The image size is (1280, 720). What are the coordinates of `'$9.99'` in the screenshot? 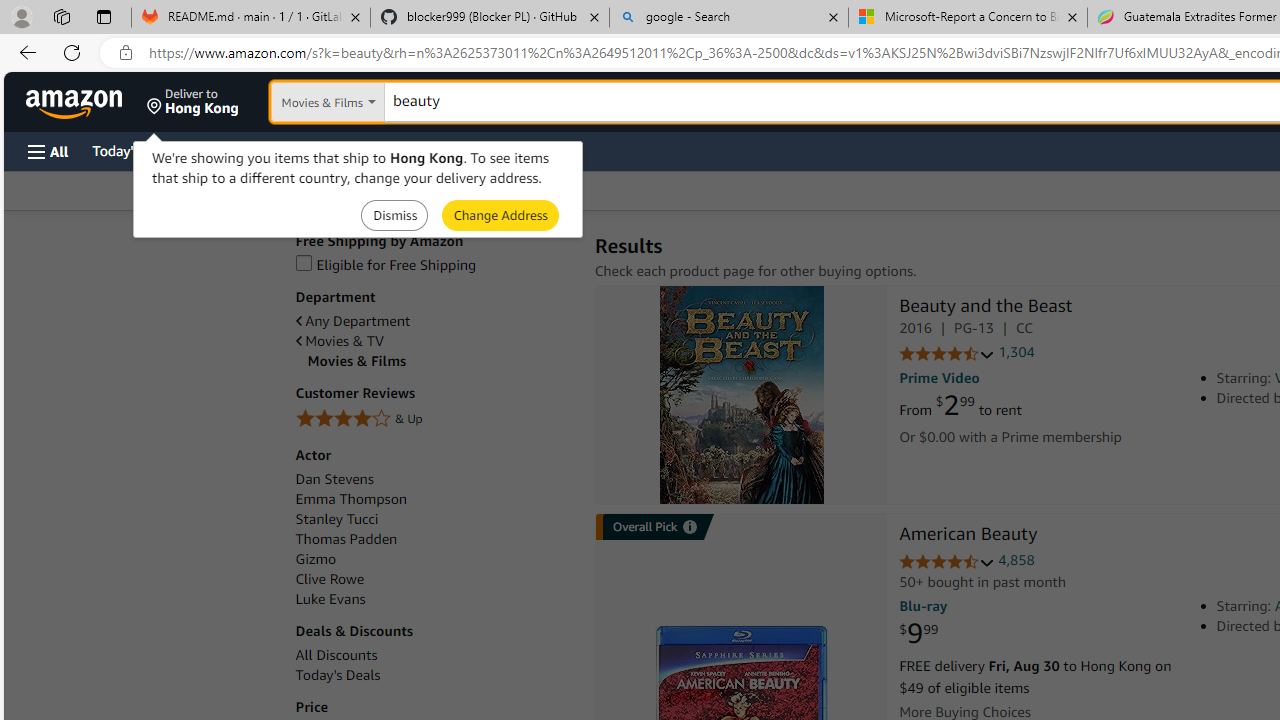 It's located at (918, 634).